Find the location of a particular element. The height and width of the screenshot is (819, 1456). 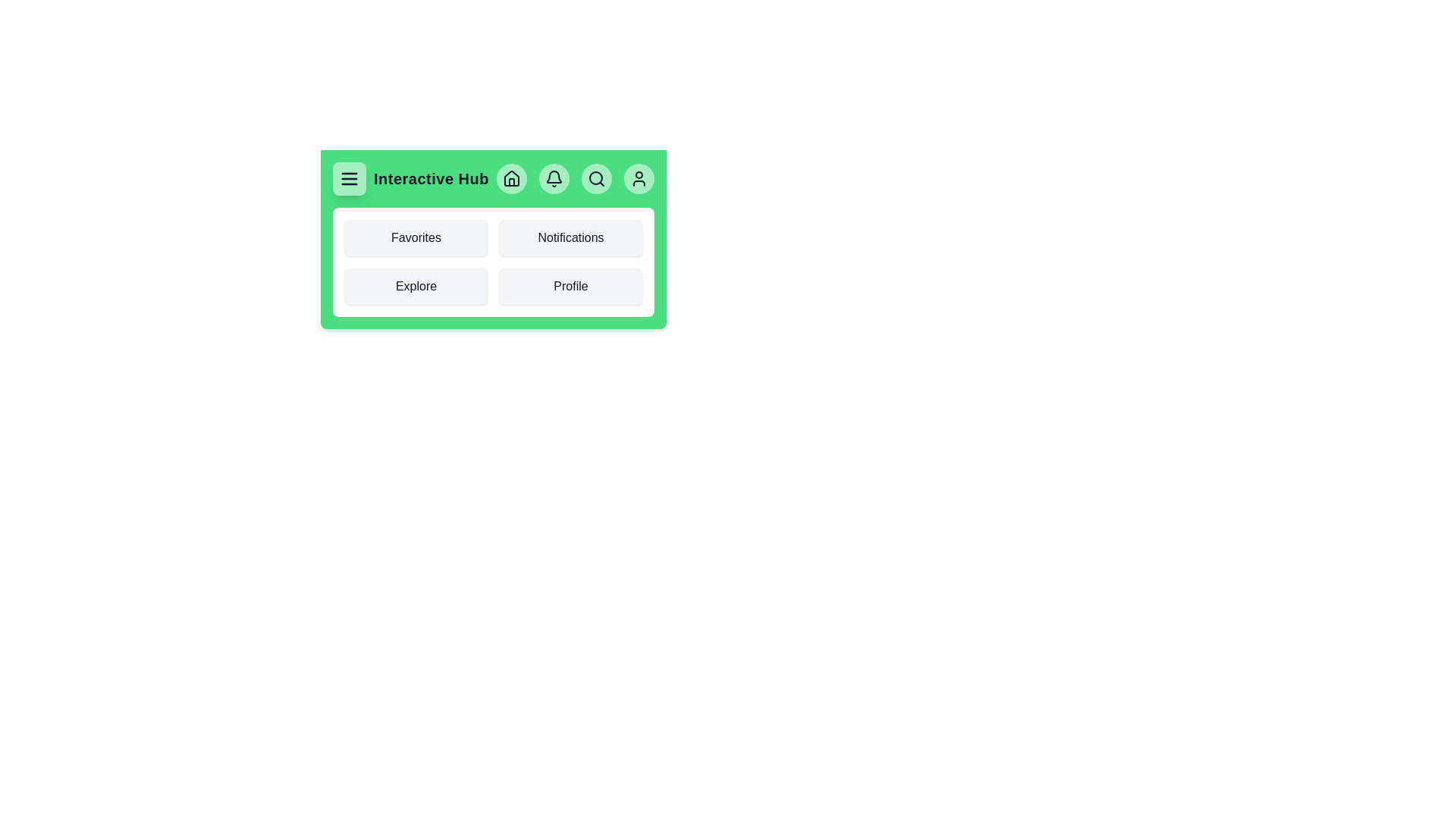

the interactive element Profile Link is located at coordinates (570, 287).